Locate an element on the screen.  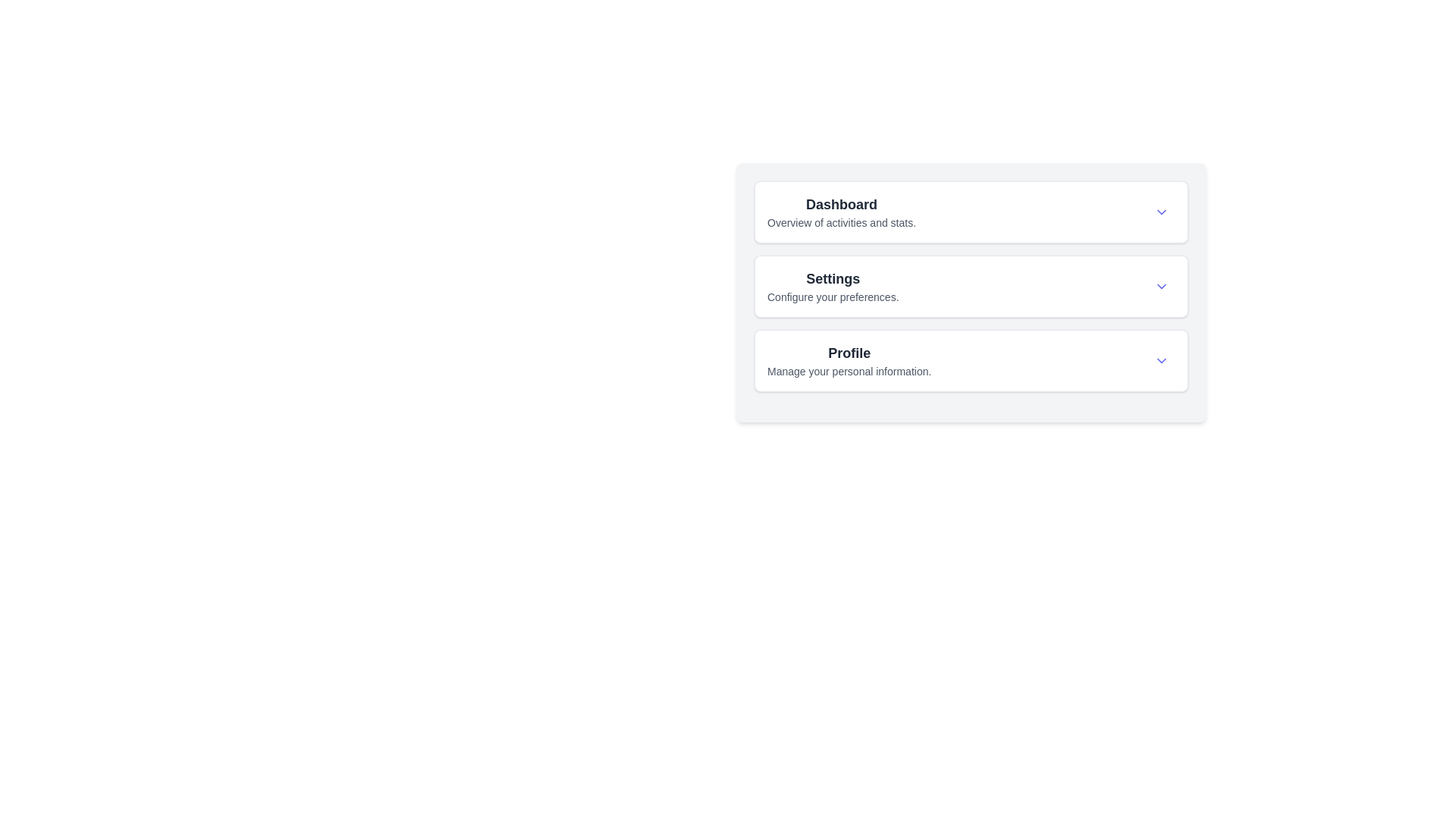
the second button in the vertical list of options, which is between 'Dashboard' and 'Profile' is located at coordinates (971, 287).